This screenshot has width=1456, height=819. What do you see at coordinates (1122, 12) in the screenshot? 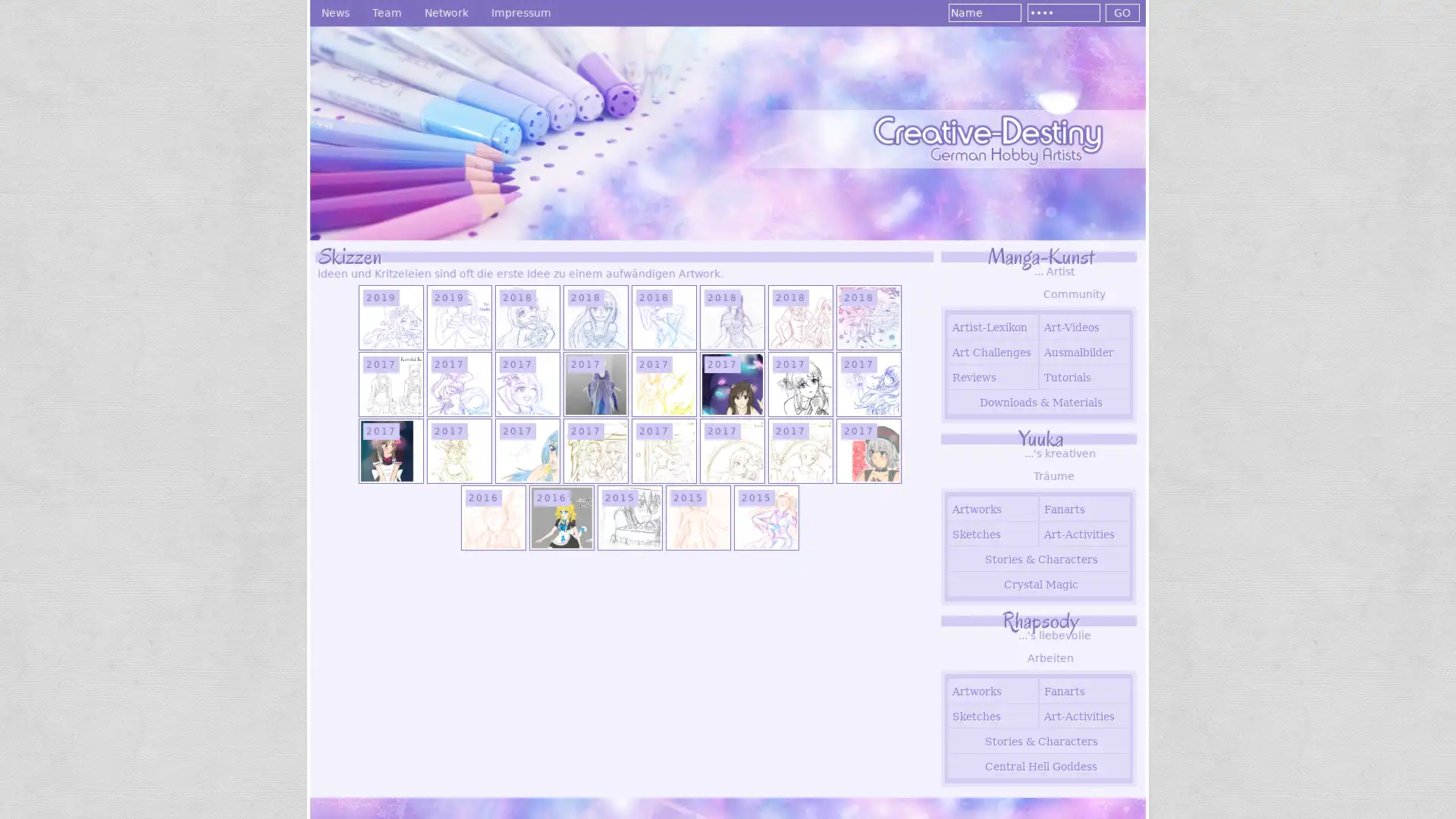
I see `GO` at bounding box center [1122, 12].